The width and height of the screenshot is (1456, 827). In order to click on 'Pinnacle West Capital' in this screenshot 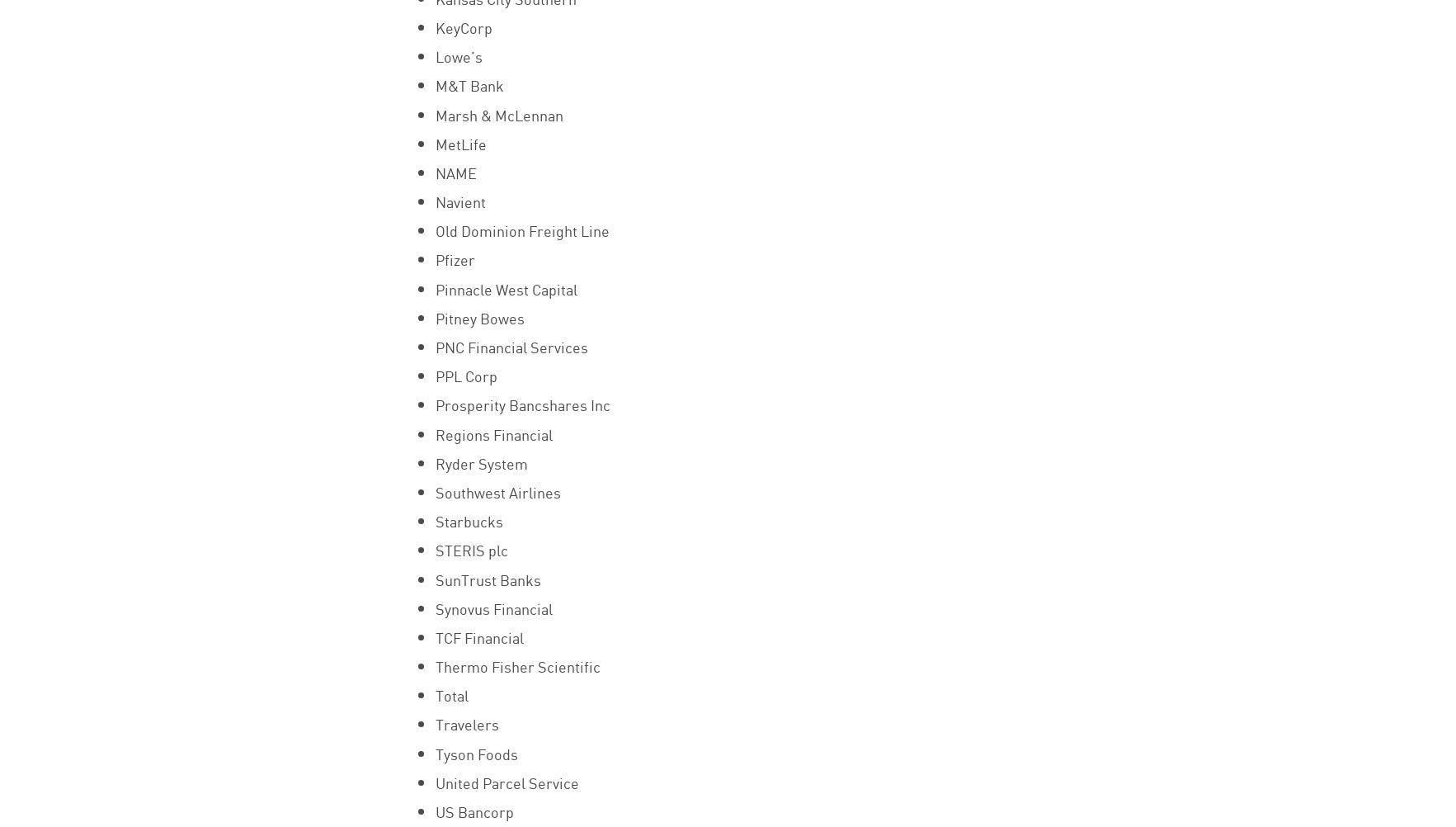, I will do `click(504, 287)`.